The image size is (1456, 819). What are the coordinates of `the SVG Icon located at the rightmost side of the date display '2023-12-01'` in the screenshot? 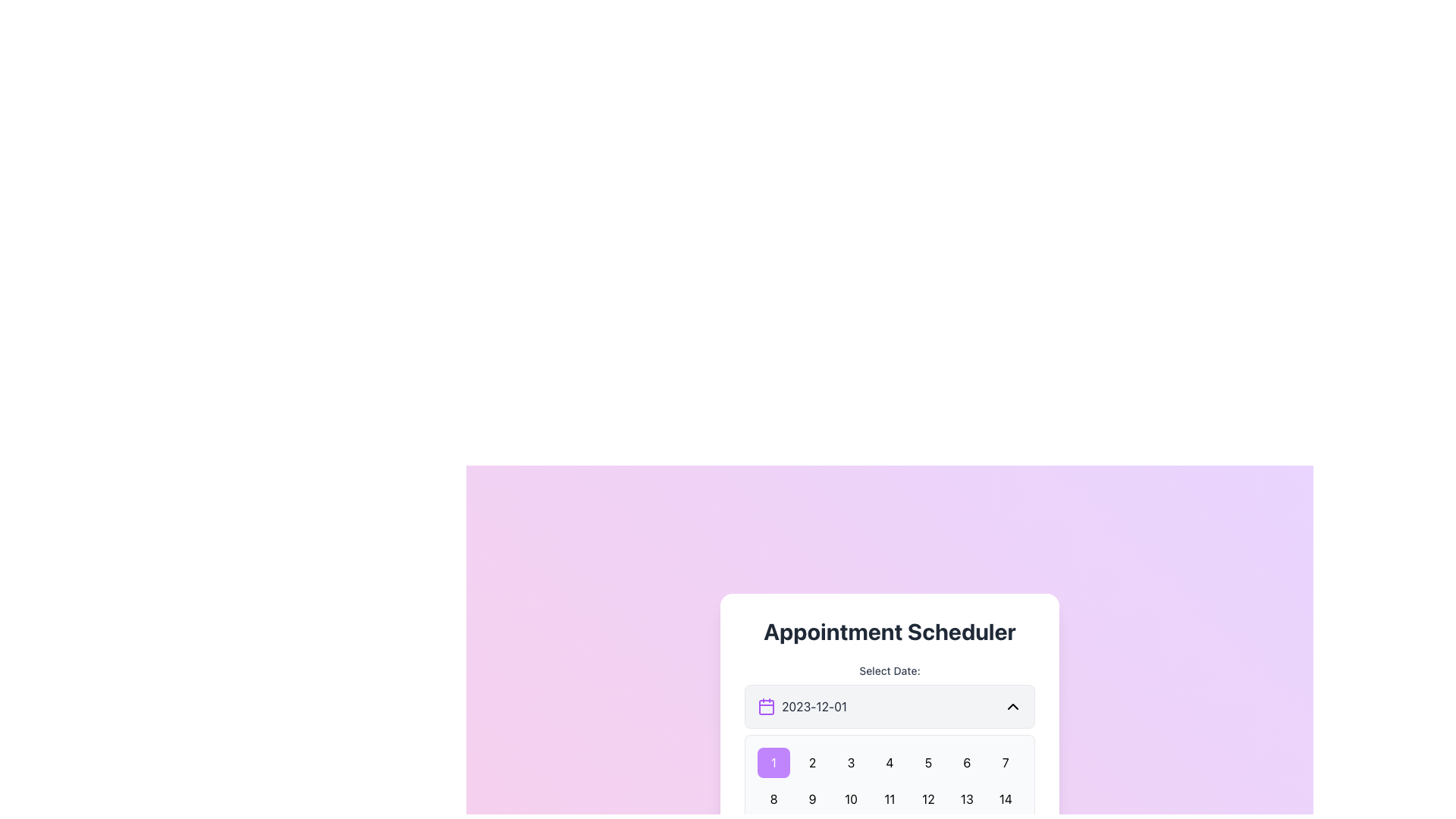 It's located at (1012, 707).